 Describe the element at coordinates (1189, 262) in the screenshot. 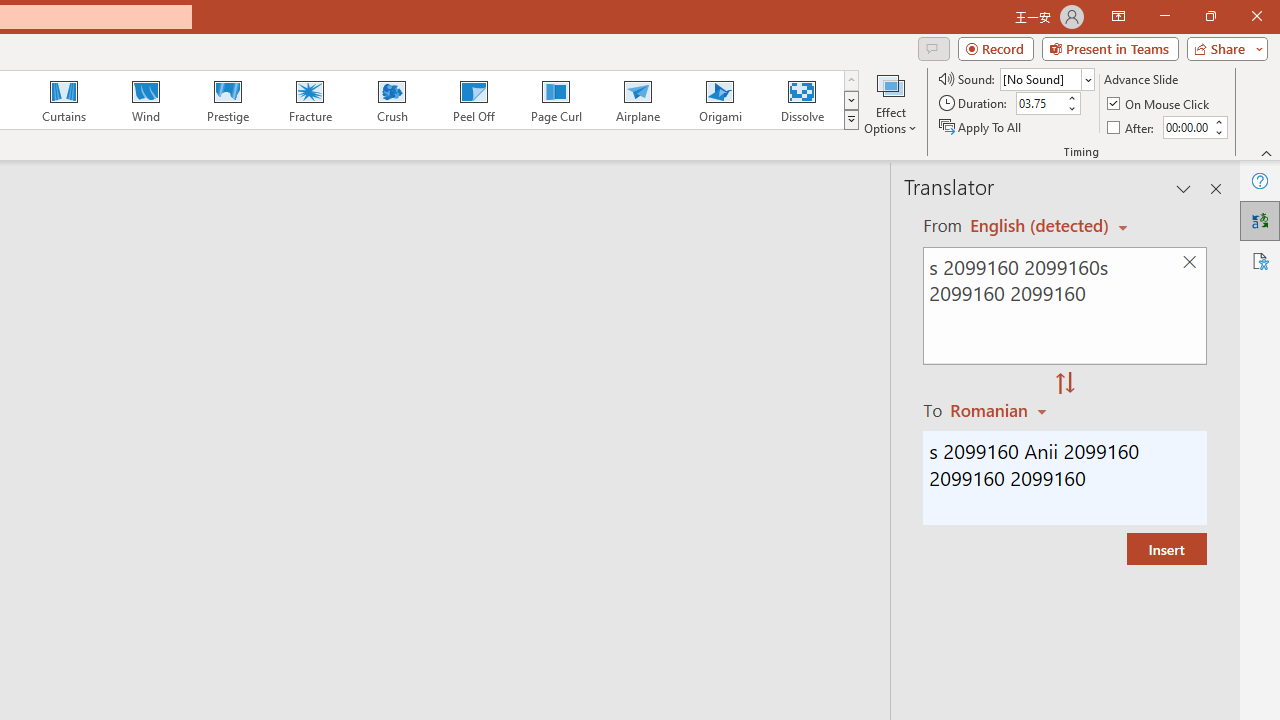

I see `'Clear text'` at that location.